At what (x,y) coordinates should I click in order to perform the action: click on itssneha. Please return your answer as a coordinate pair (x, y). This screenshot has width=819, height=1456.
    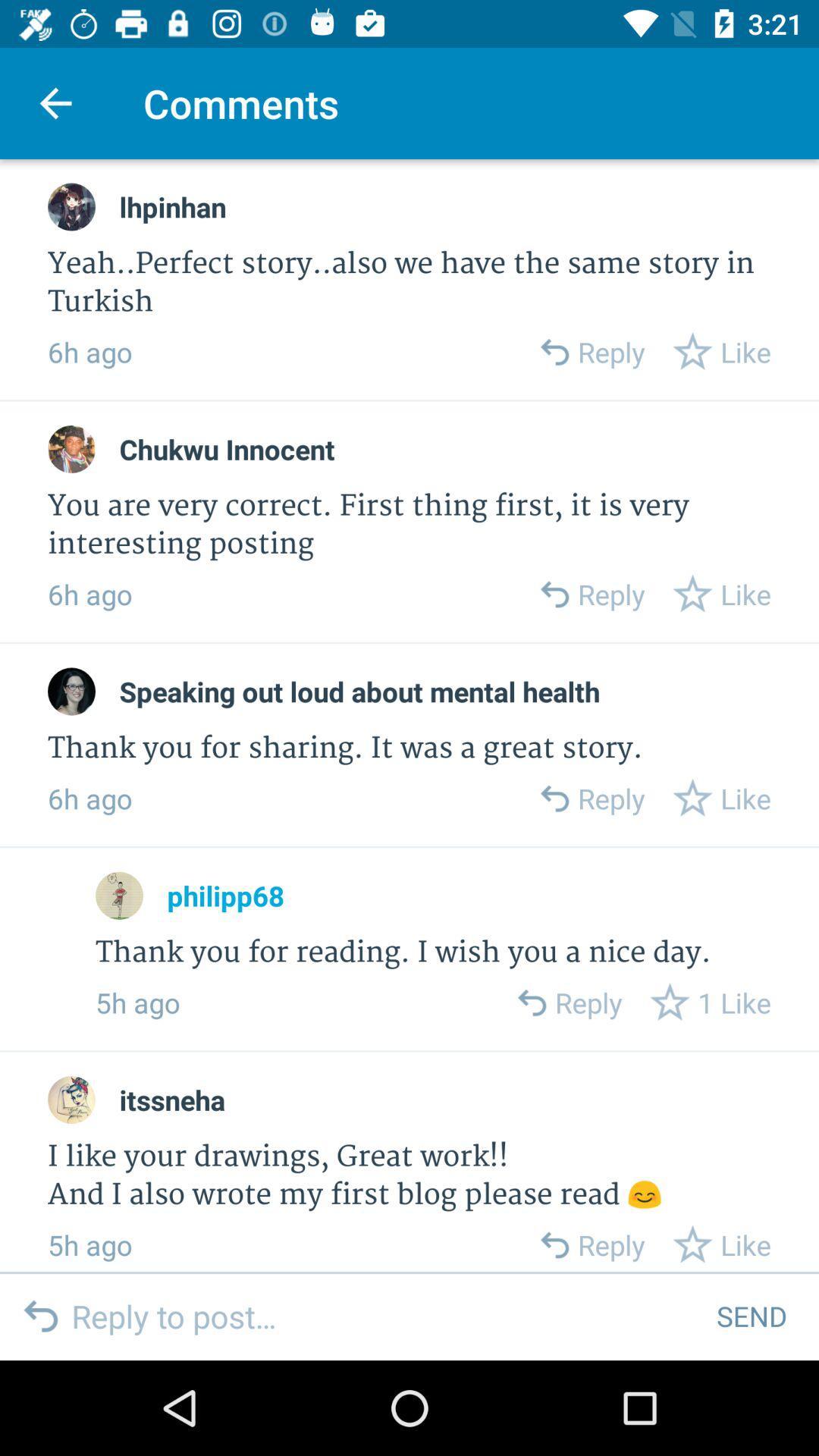
    Looking at the image, I should click on (171, 1100).